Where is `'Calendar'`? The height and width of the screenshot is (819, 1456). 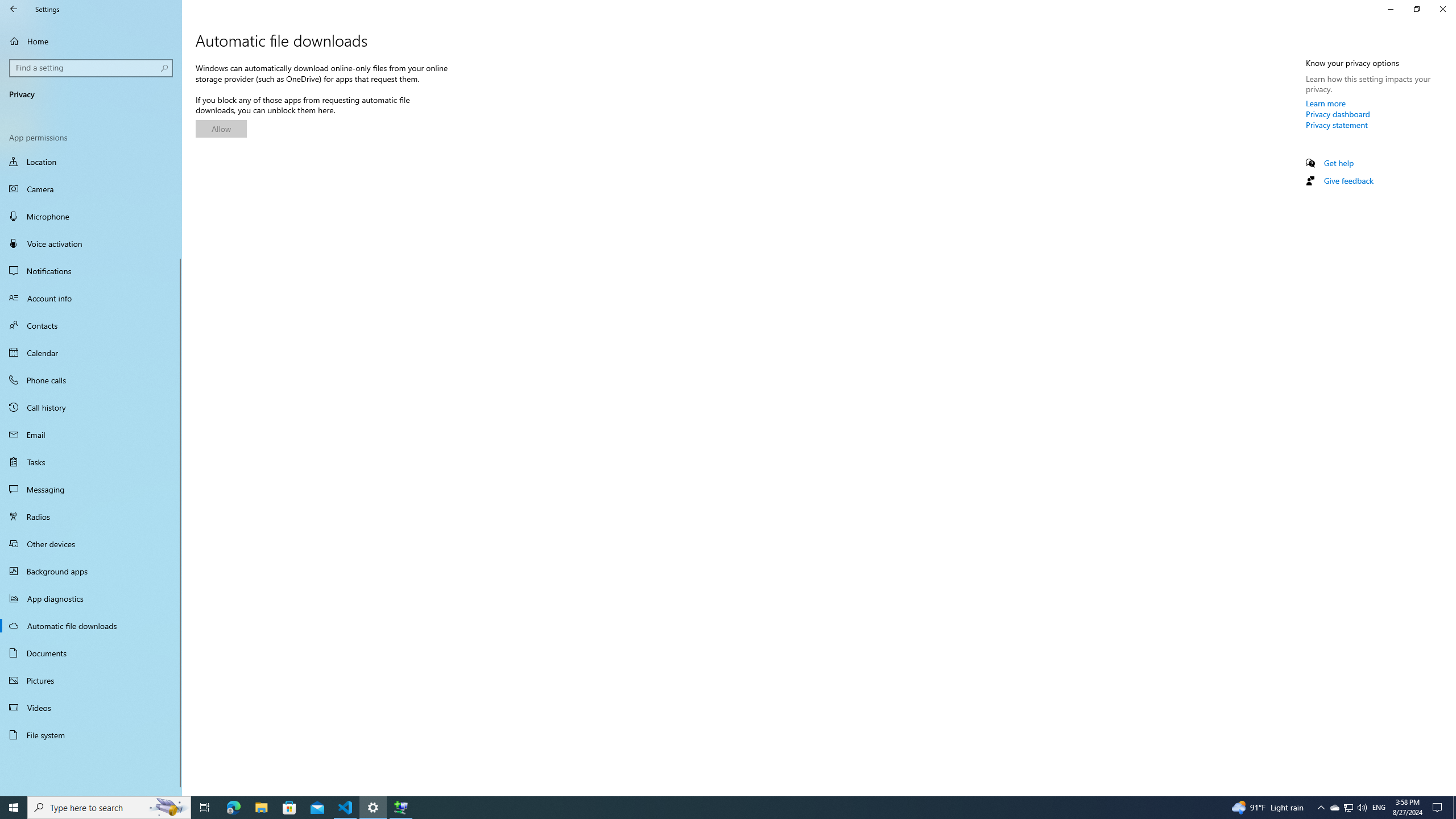
'Calendar' is located at coordinates (90, 351).